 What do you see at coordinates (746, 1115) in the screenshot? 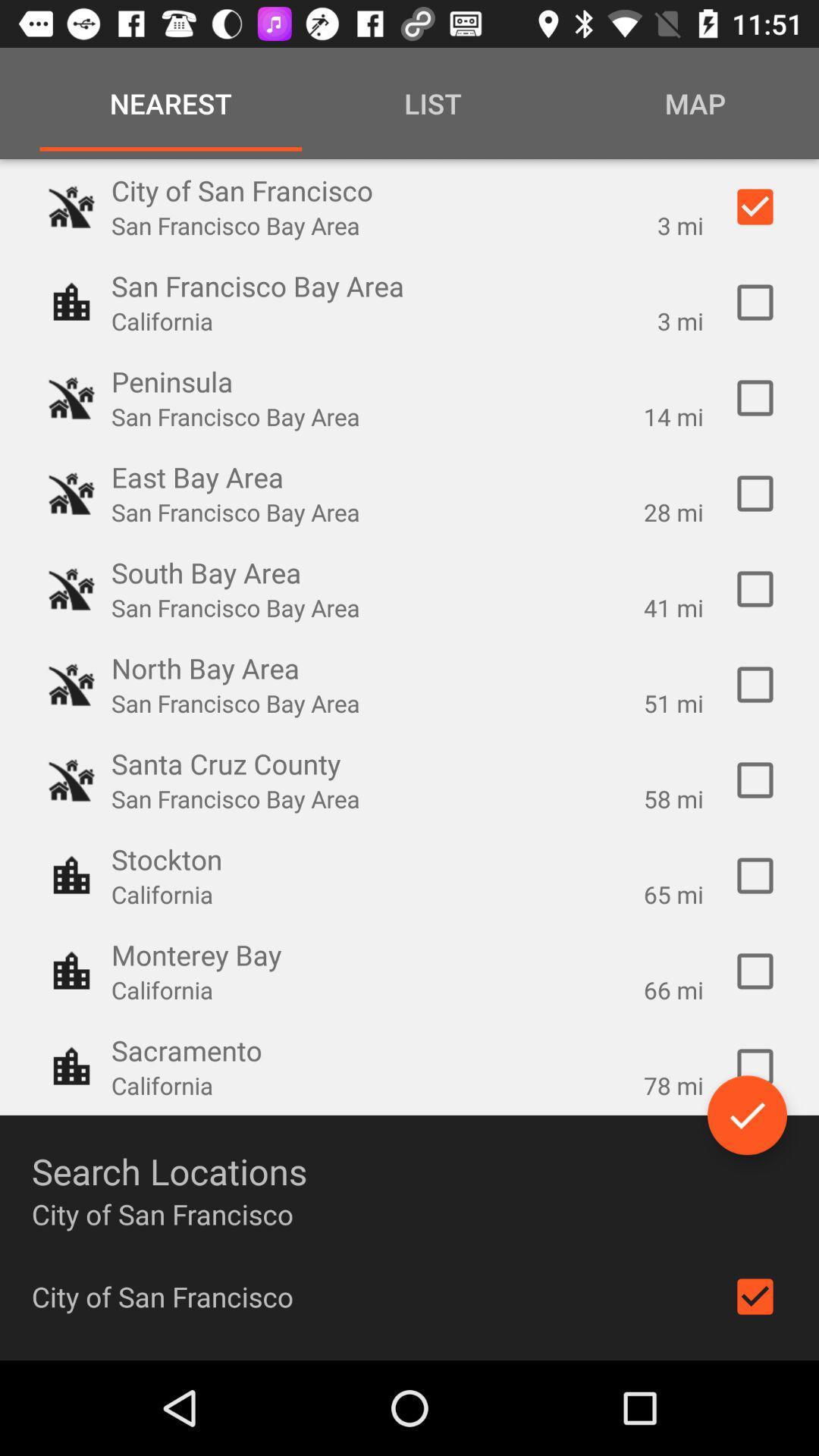
I see `check all` at bounding box center [746, 1115].